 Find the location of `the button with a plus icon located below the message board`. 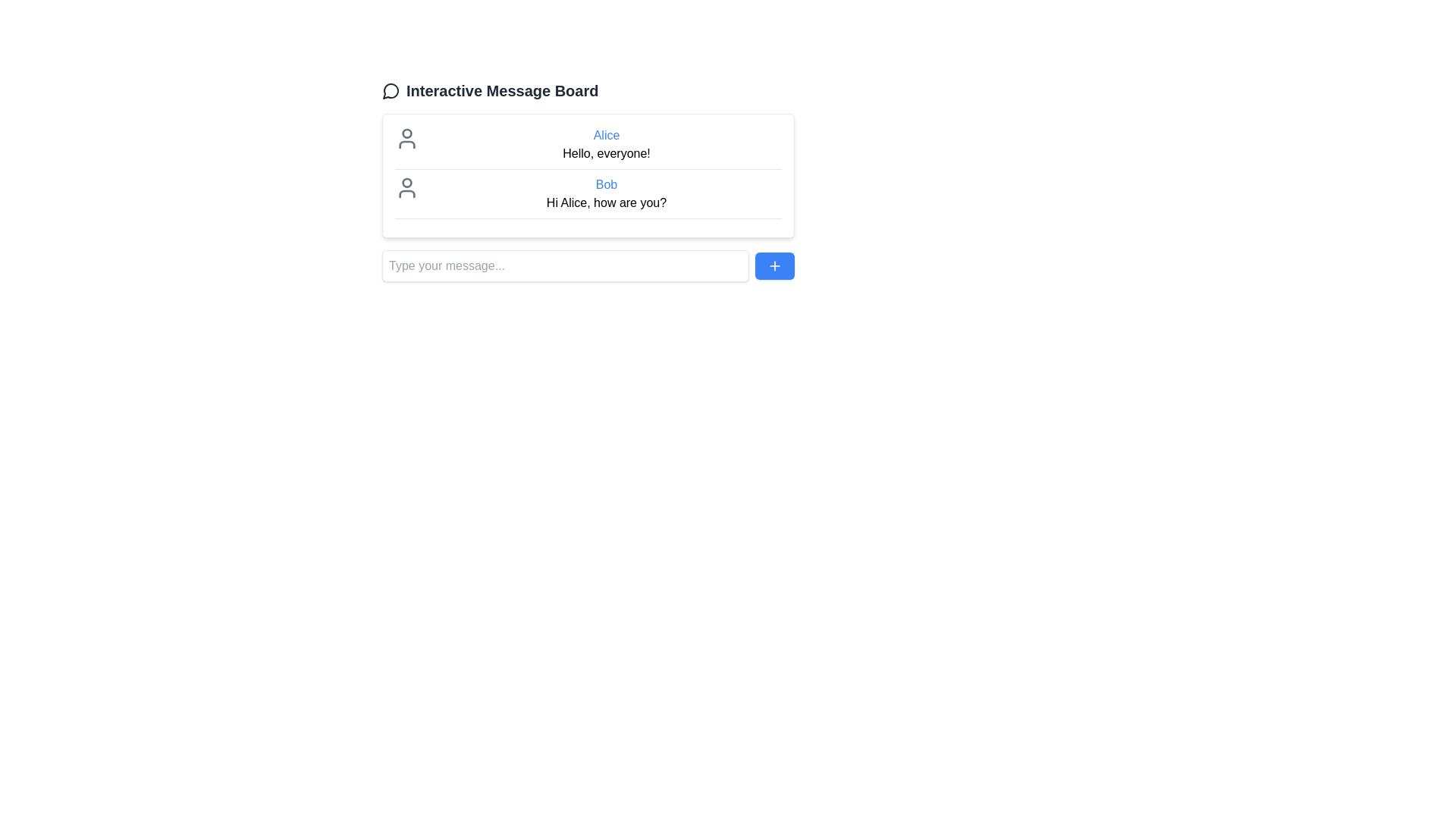

the button with a plus icon located below the message board is located at coordinates (775, 265).